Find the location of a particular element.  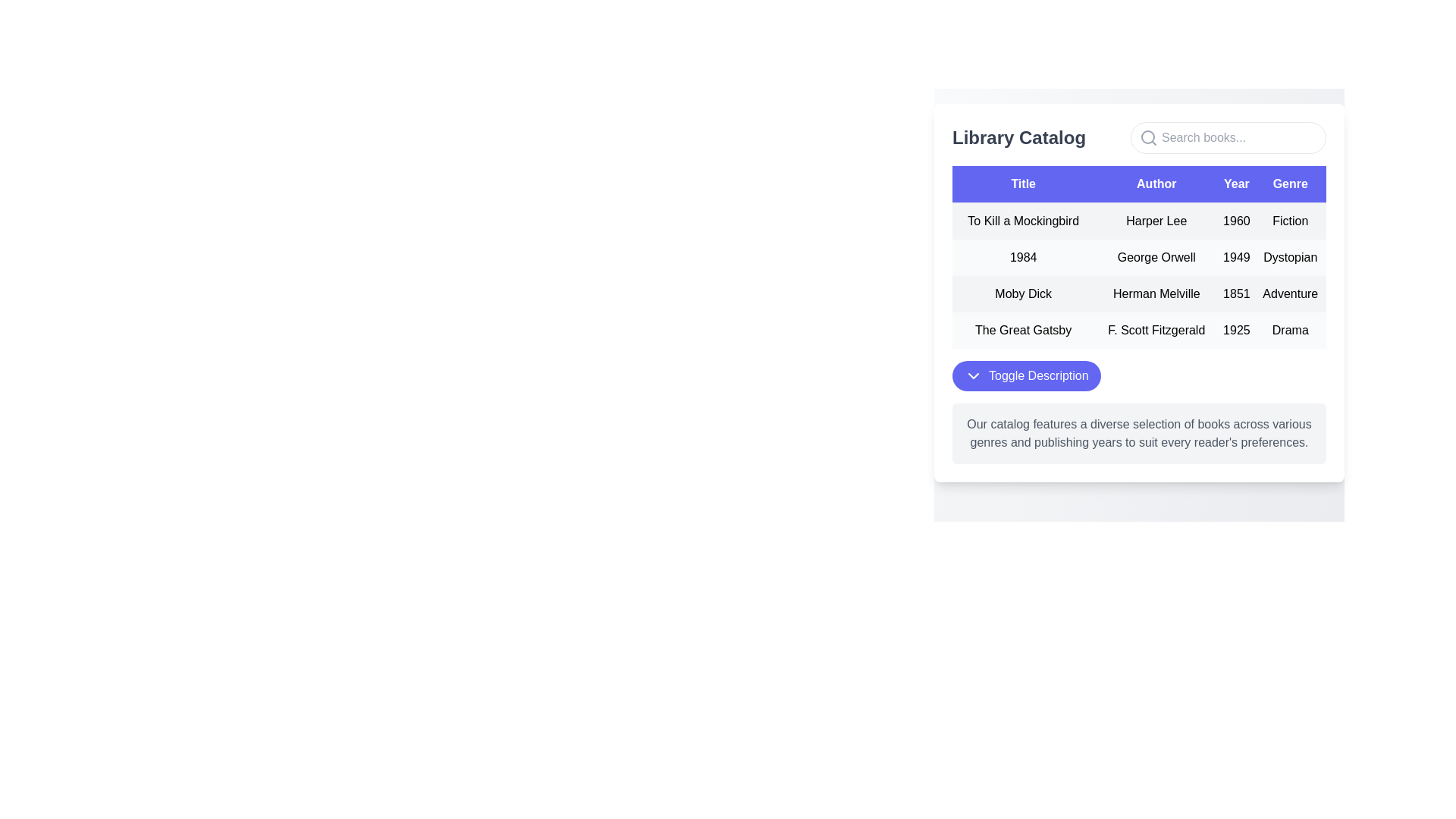

the 'Genre' column header in the table to potentially sort the items listed below by genre is located at coordinates (1289, 184).